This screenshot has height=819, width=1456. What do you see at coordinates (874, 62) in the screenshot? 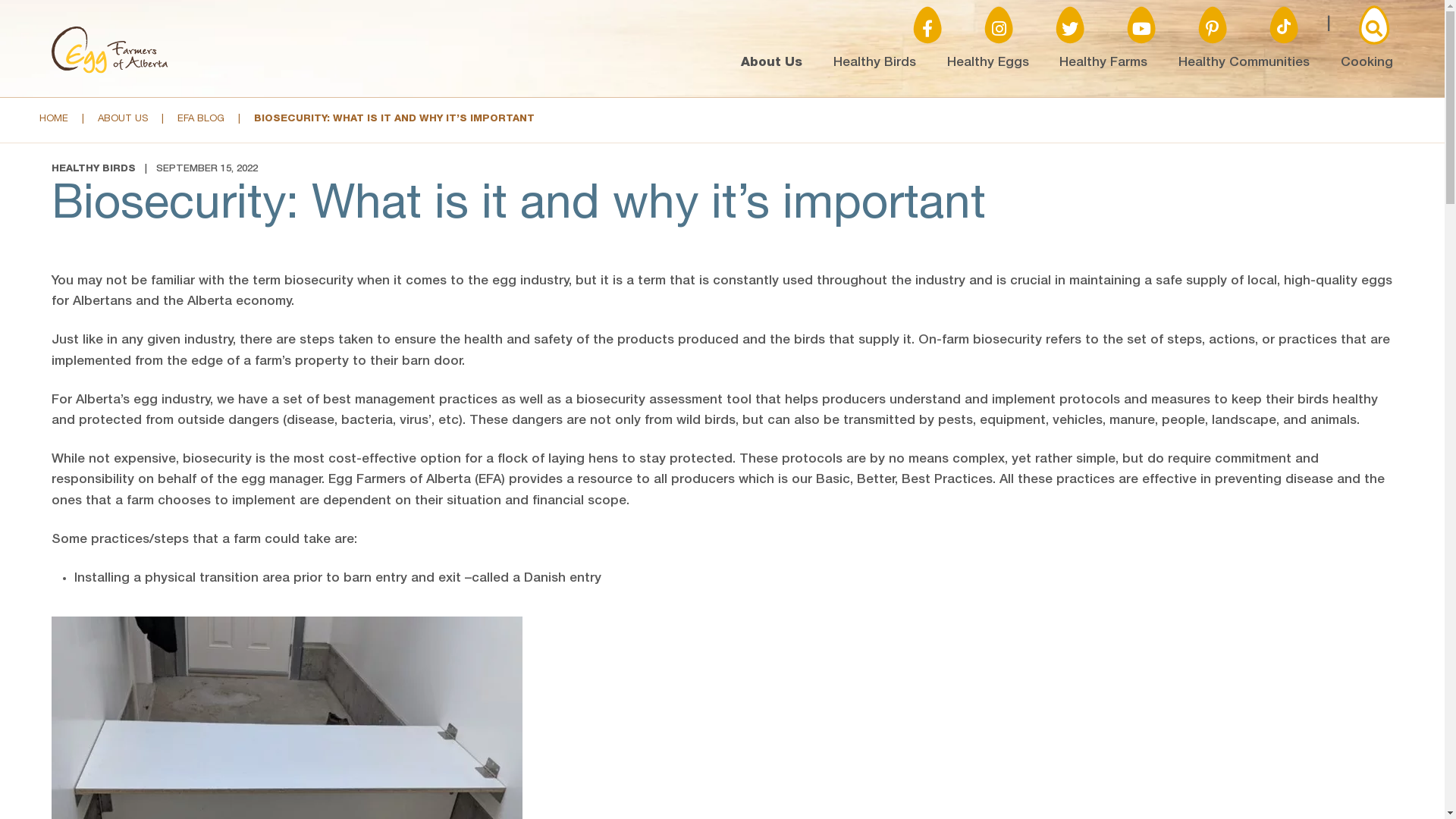
I see `'Healthy Birds'` at bounding box center [874, 62].